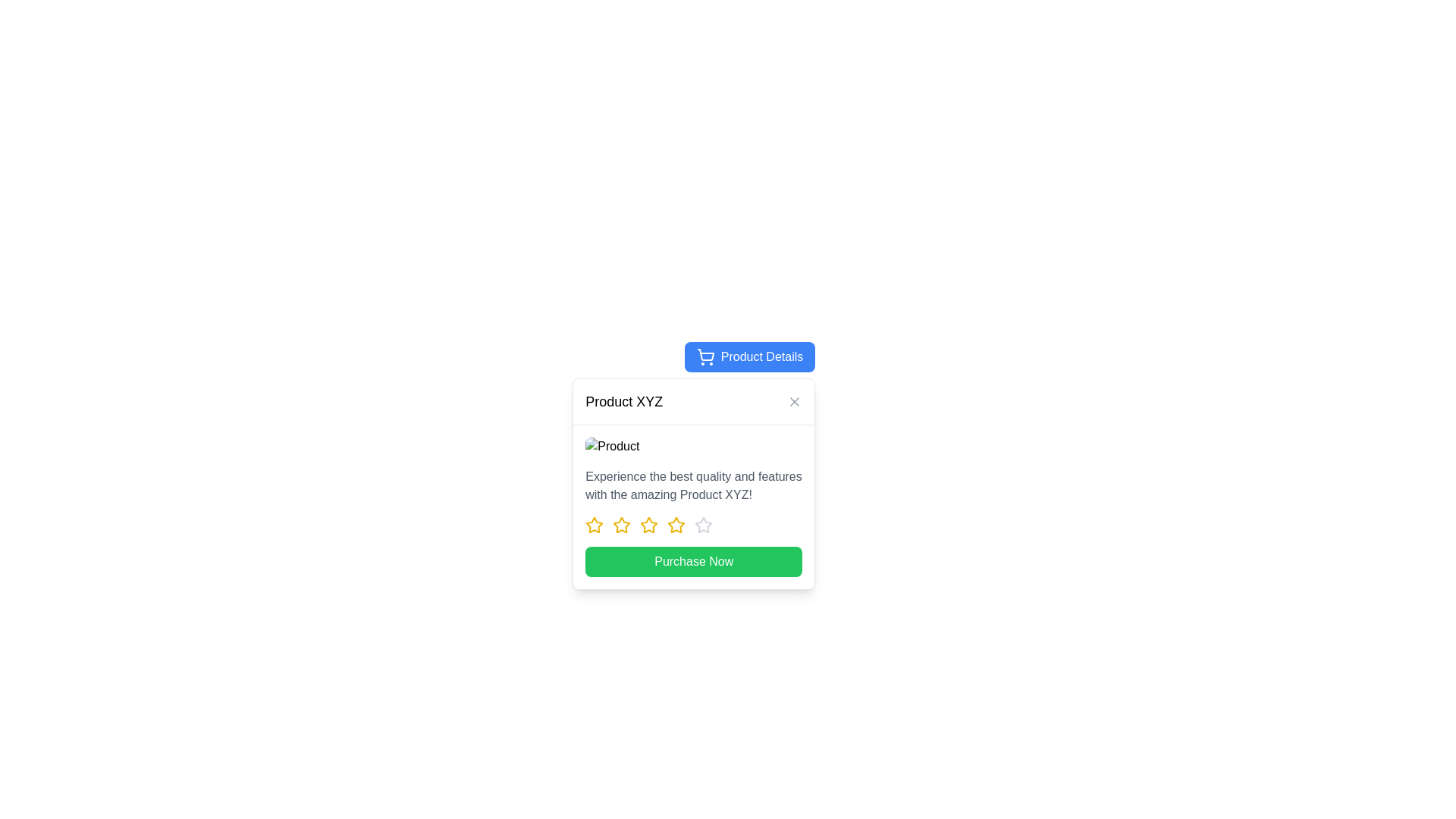 The height and width of the screenshot is (819, 1456). Describe the element at coordinates (761, 356) in the screenshot. I see `the 'Product Details' label which is styled with white text on a blue background and is part of a button structure, positioned to the right of the shopping cart icon` at that location.